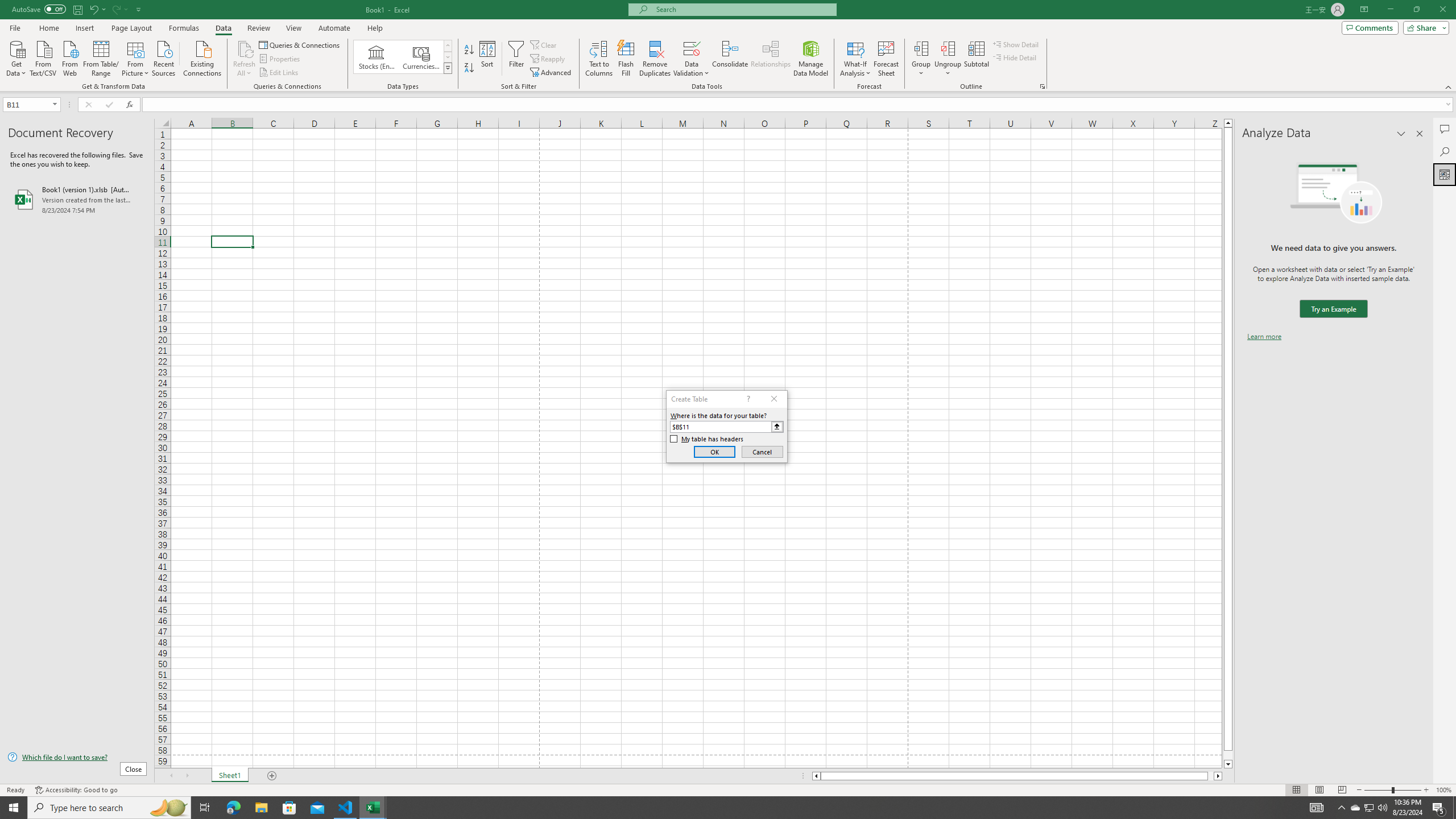  What do you see at coordinates (201, 57) in the screenshot?
I see `'Existing Connections'` at bounding box center [201, 57].